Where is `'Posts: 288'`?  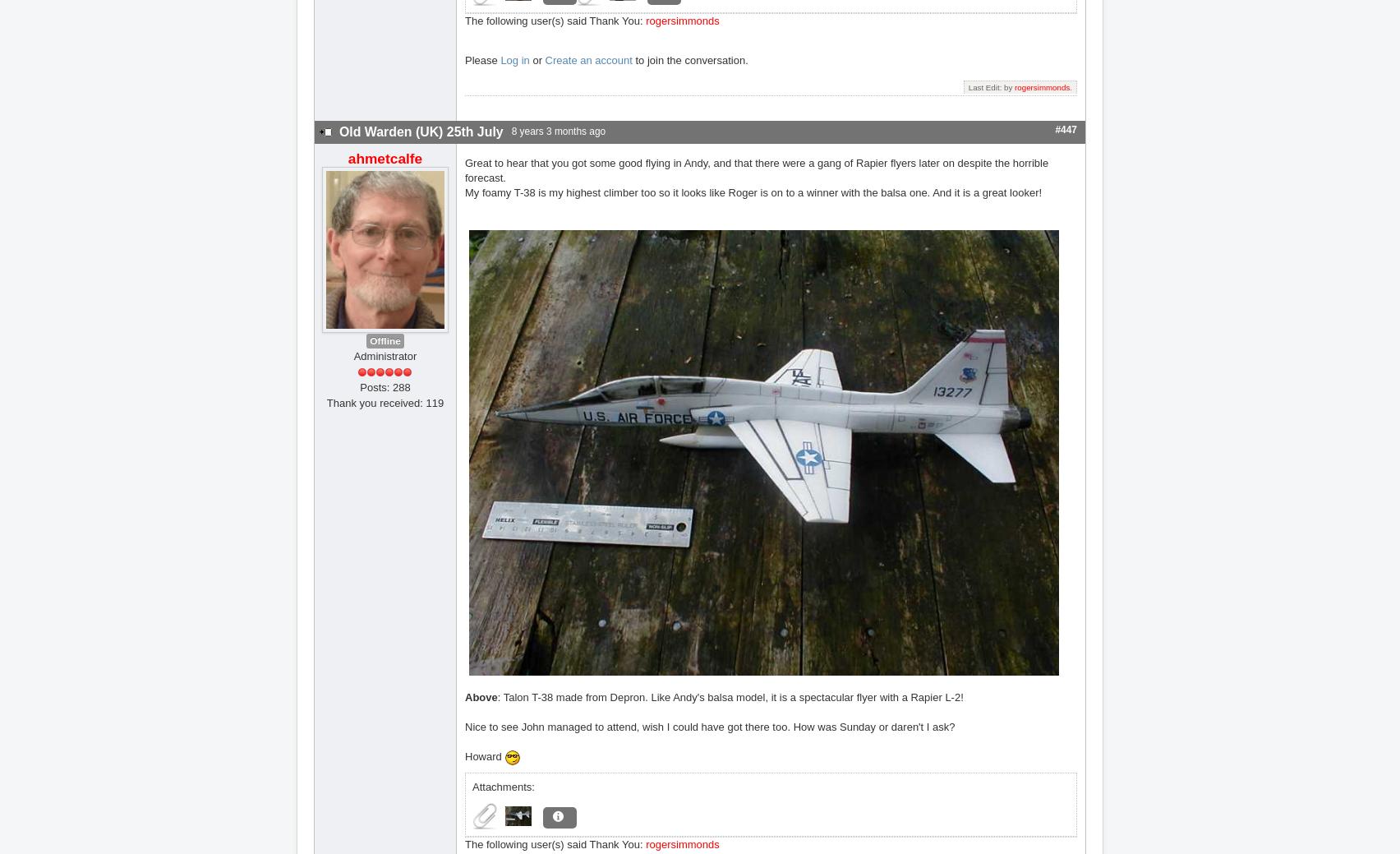 'Posts: 288' is located at coordinates (359, 385).